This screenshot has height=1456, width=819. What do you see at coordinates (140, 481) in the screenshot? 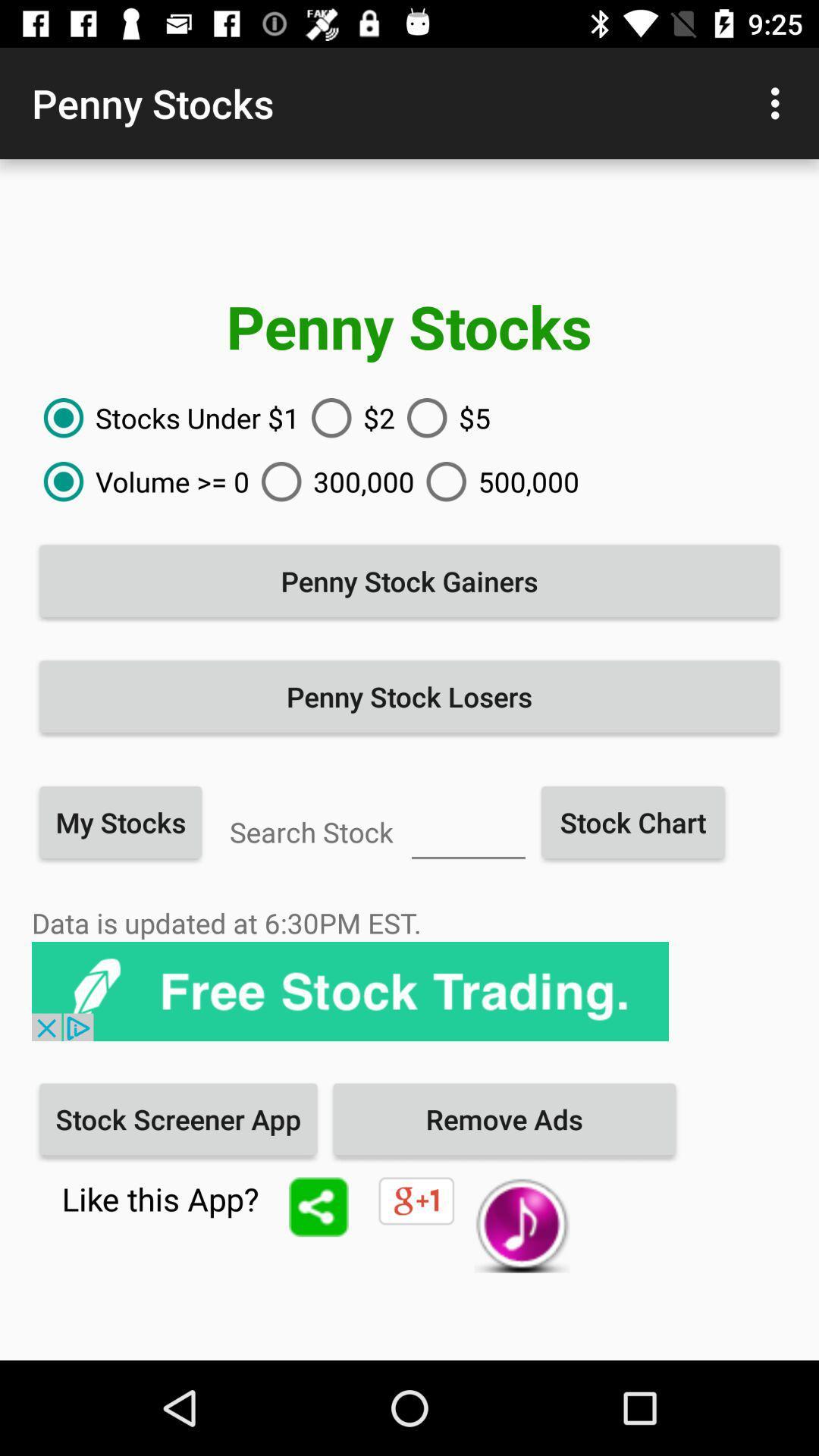
I see `the item below stocks under $1 icon` at bounding box center [140, 481].